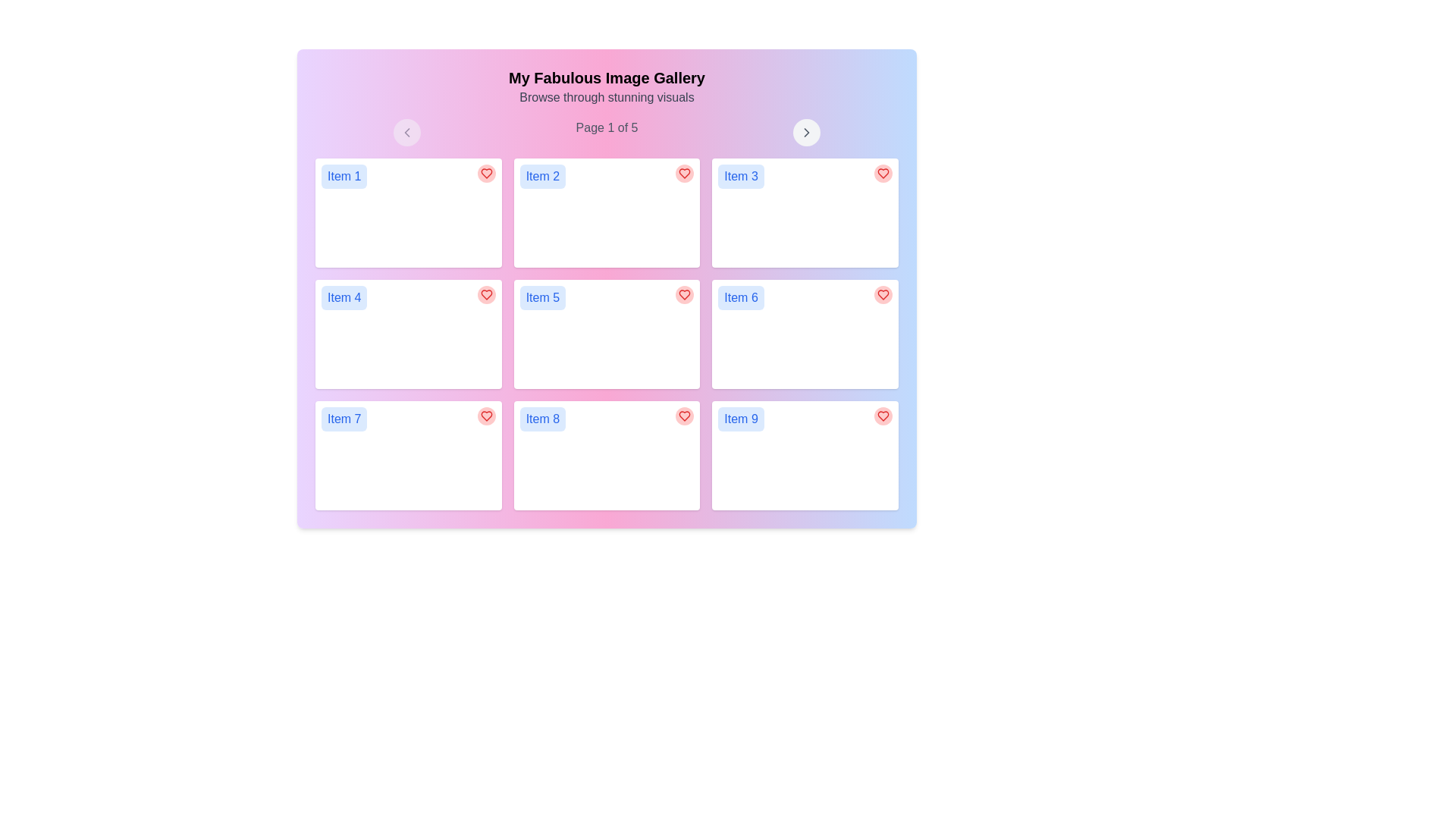 Image resolution: width=1456 pixels, height=819 pixels. Describe the element at coordinates (607, 131) in the screenshot. I see `the text label displaying 'Page 1 of 5' in dark gray font` at that location.